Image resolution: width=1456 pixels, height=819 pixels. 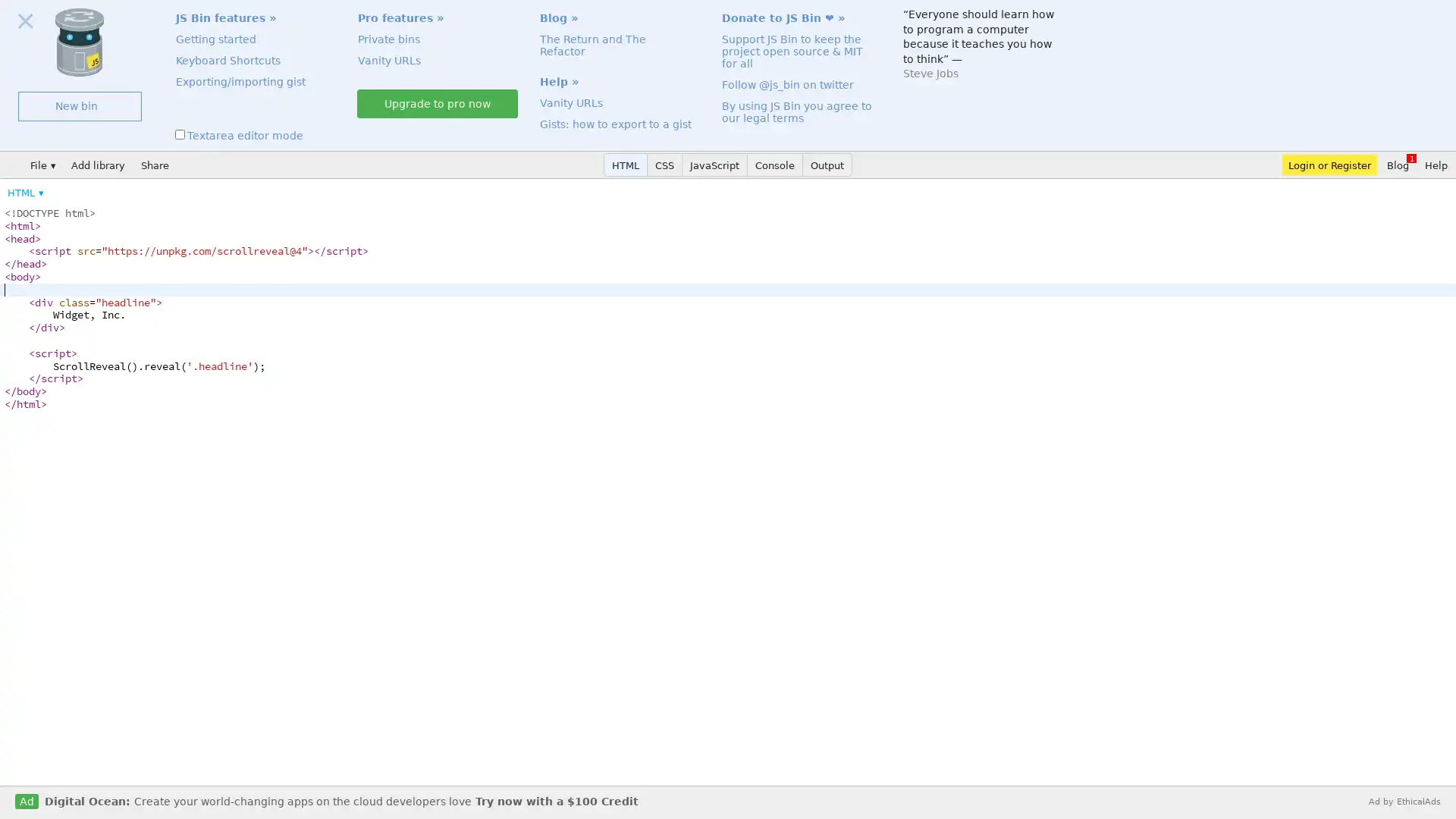 I want to click on Console Panel: Inactive, so click(x=775, y=165).